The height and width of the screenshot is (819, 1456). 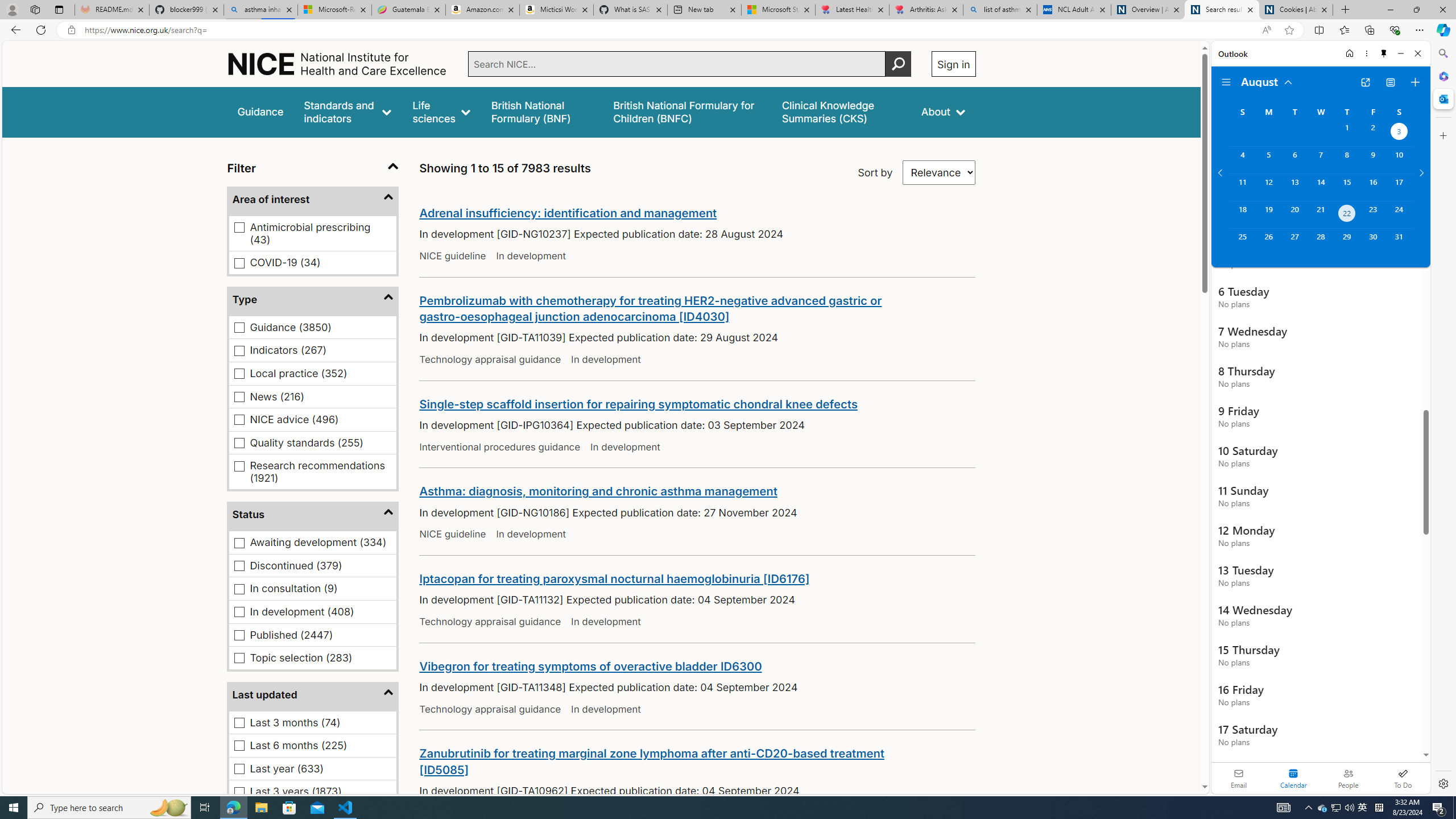 I want to click on 'Thursday, August 22, 2024. Today. ', so click(x=1347, y=214).